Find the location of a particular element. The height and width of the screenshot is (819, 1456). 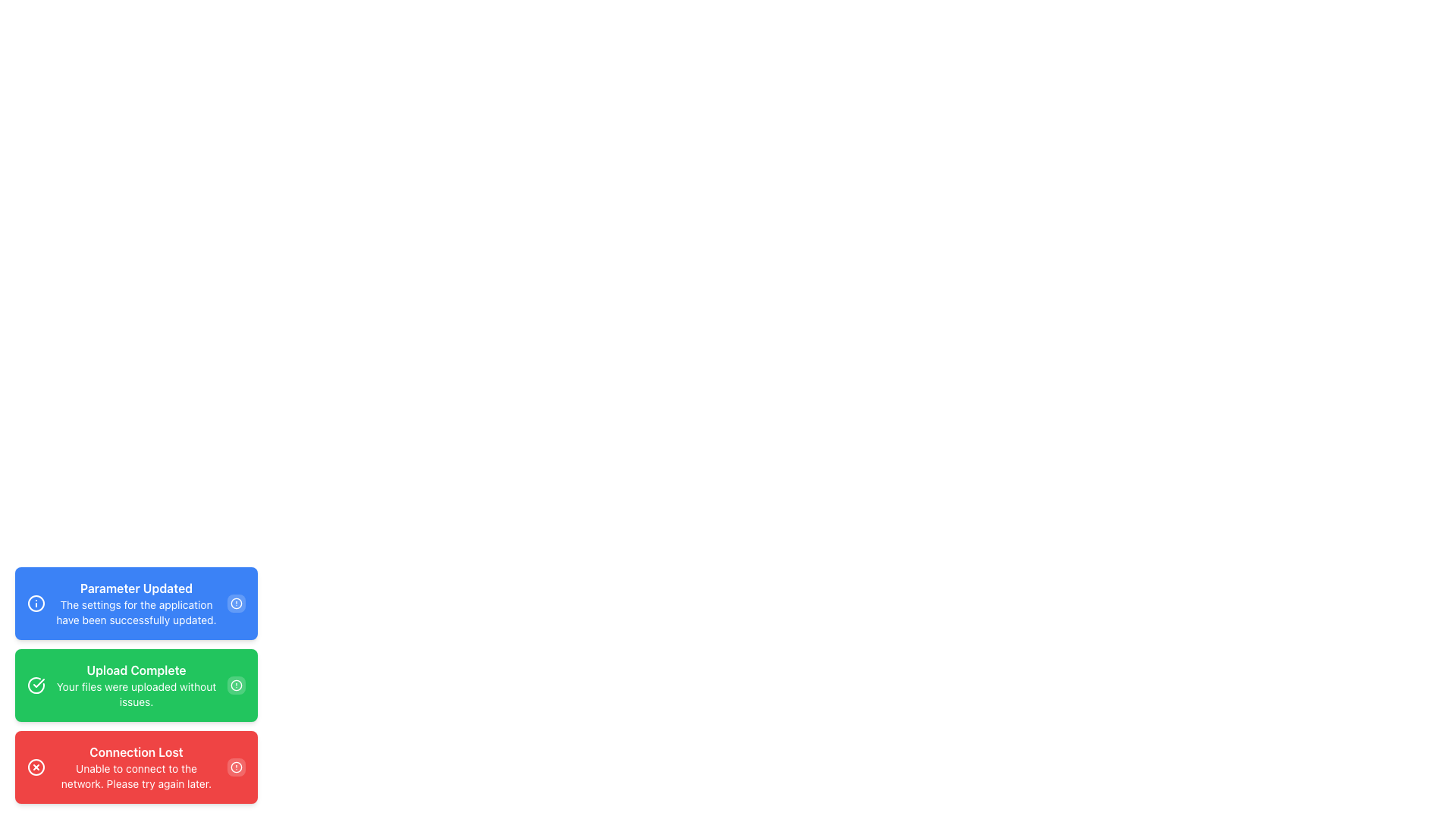

text block that displays a message about successful application settings updates, which is located directly under the bold heading 'Parameter Updated' within a blue notification card is located at coordinates (136, 611).